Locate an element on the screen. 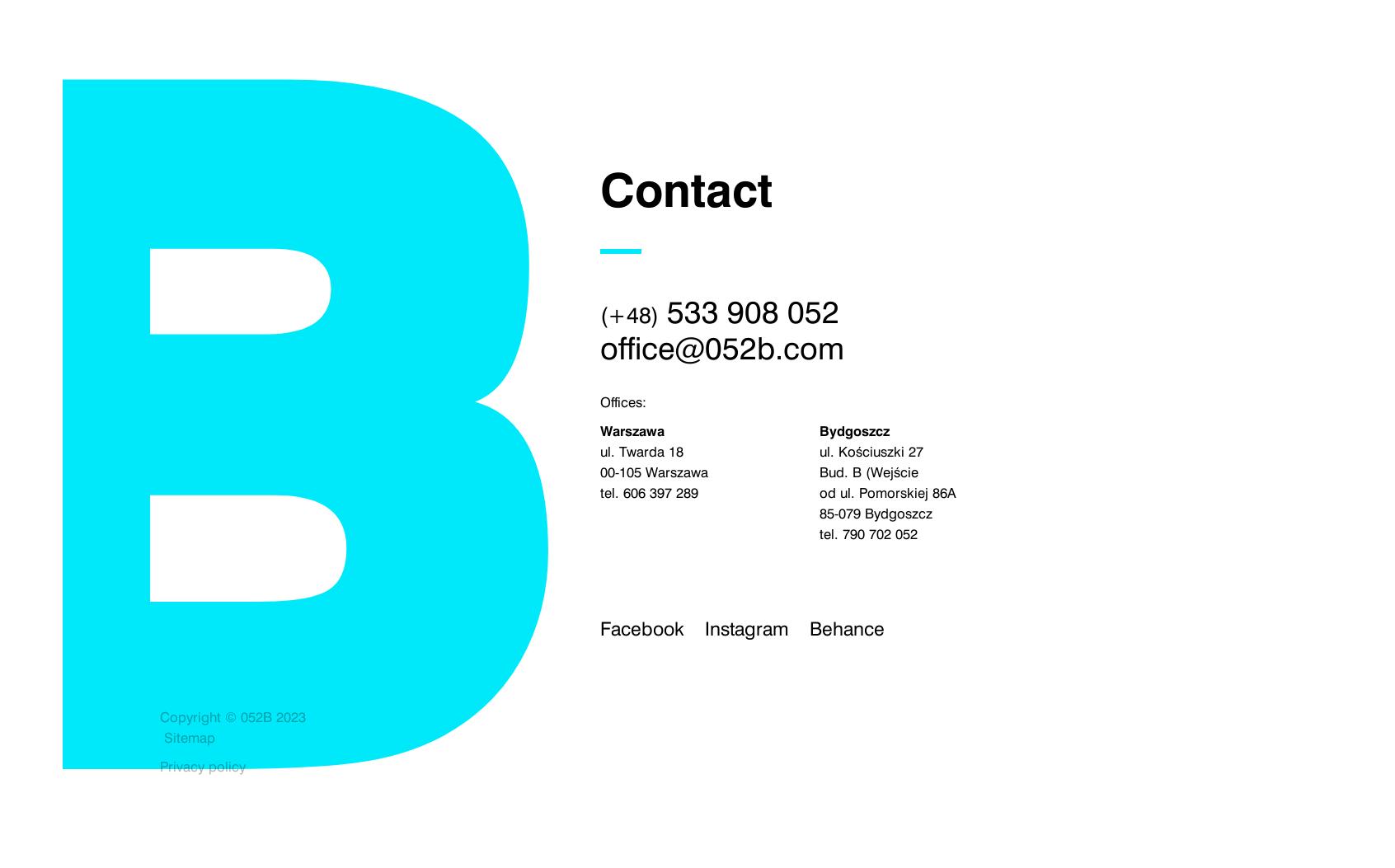  '606 397 289' is located at coordinates (660, 492).